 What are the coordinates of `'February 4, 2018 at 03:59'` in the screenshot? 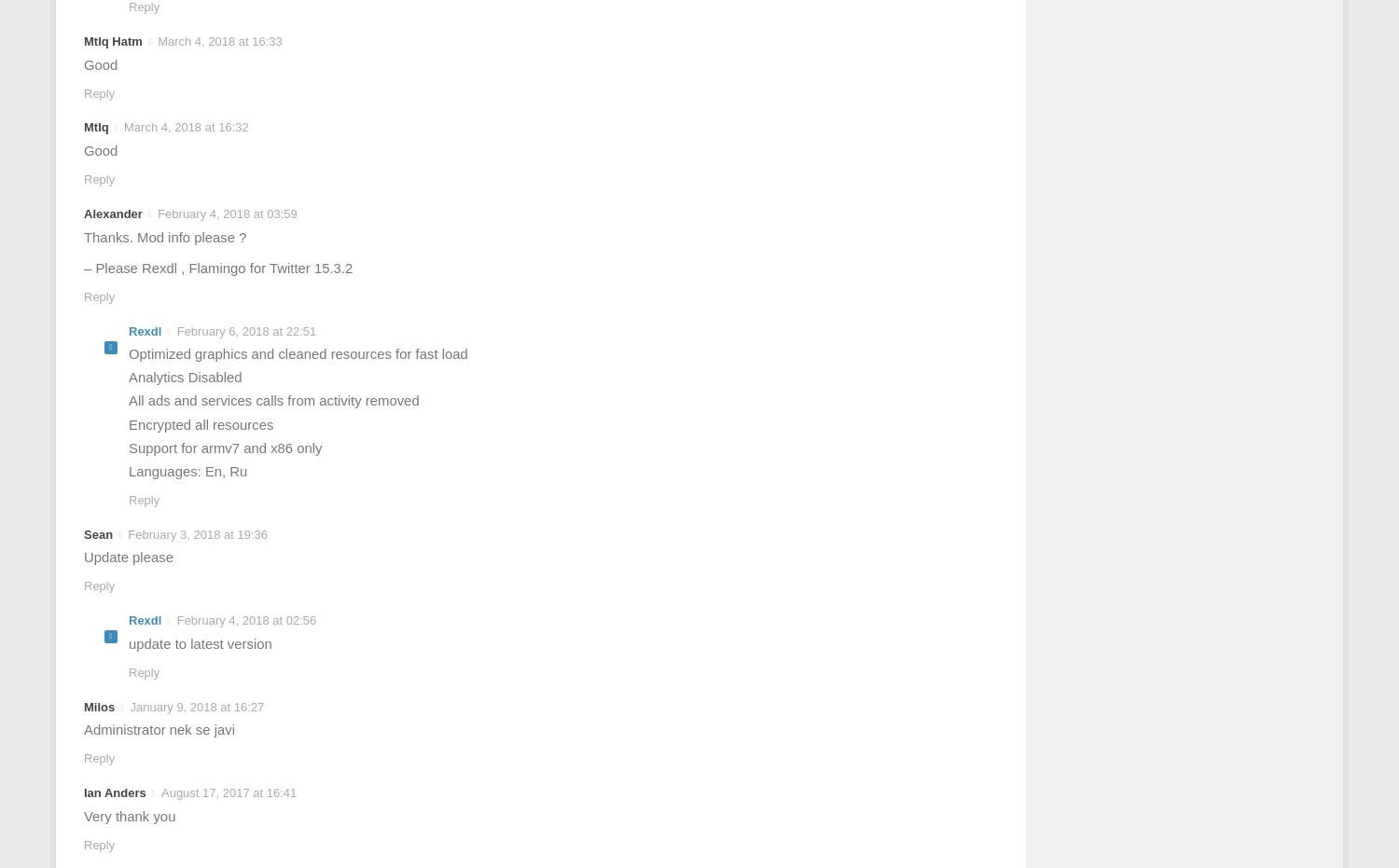 It's located at (158, 213).